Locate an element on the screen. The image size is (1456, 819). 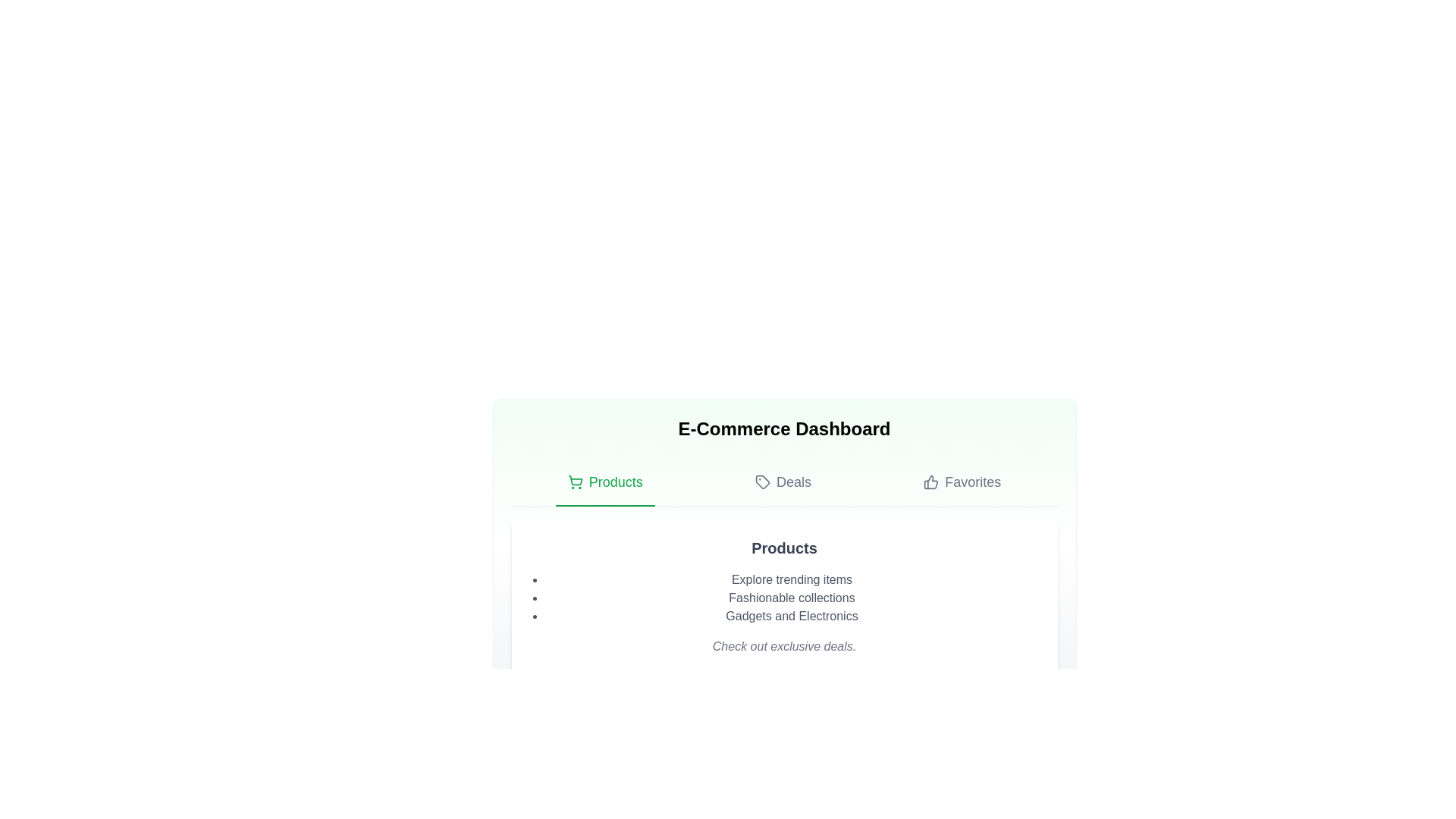
the 'Products' tab, which is the first tab in a horizontal list featuring a shopping cart icon and bold green text is located at coordinates (604, 482).